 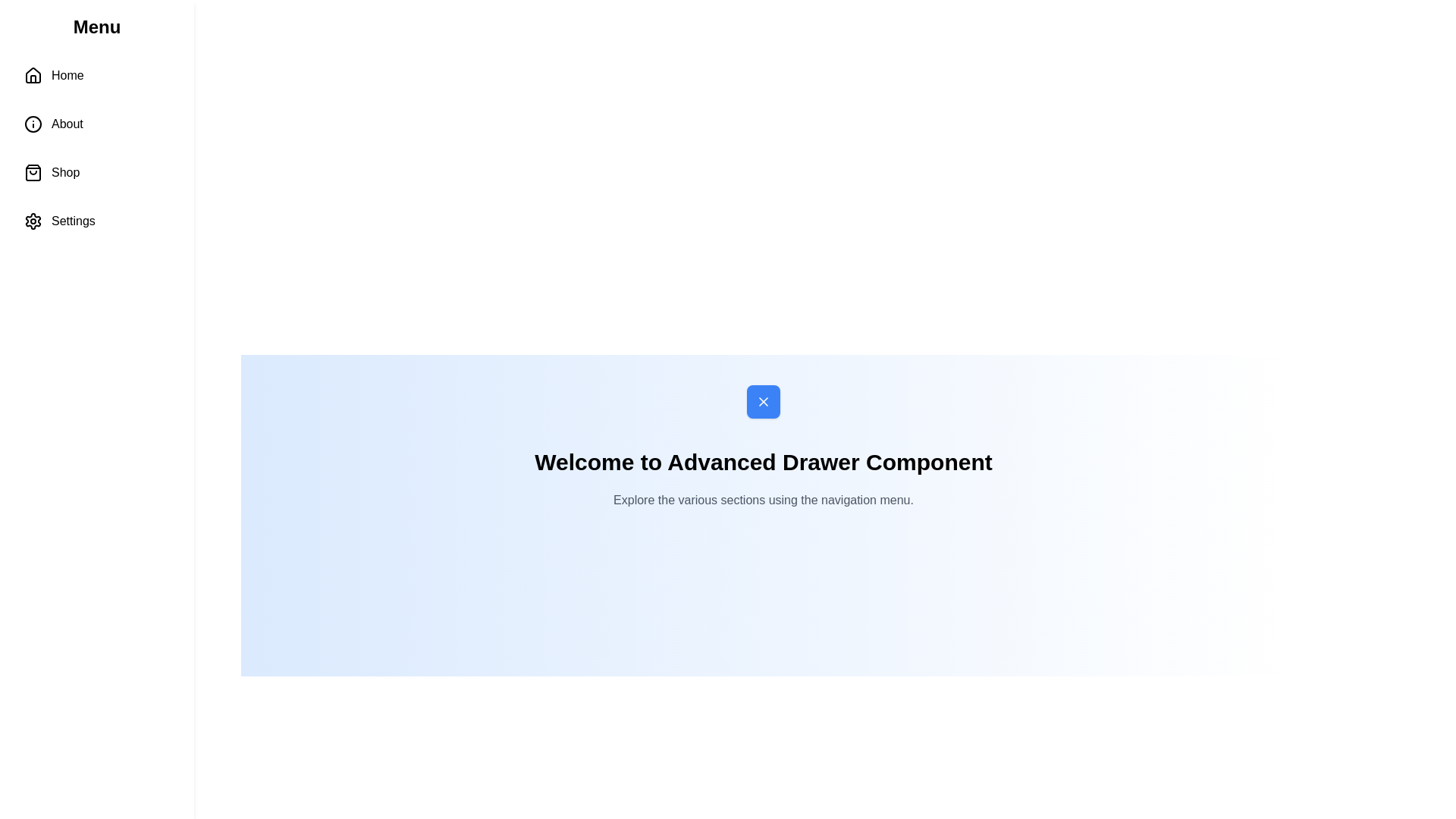 I want to click on the 'Shop' text label in the vertical navigation menu, so click(x=64, y=171).